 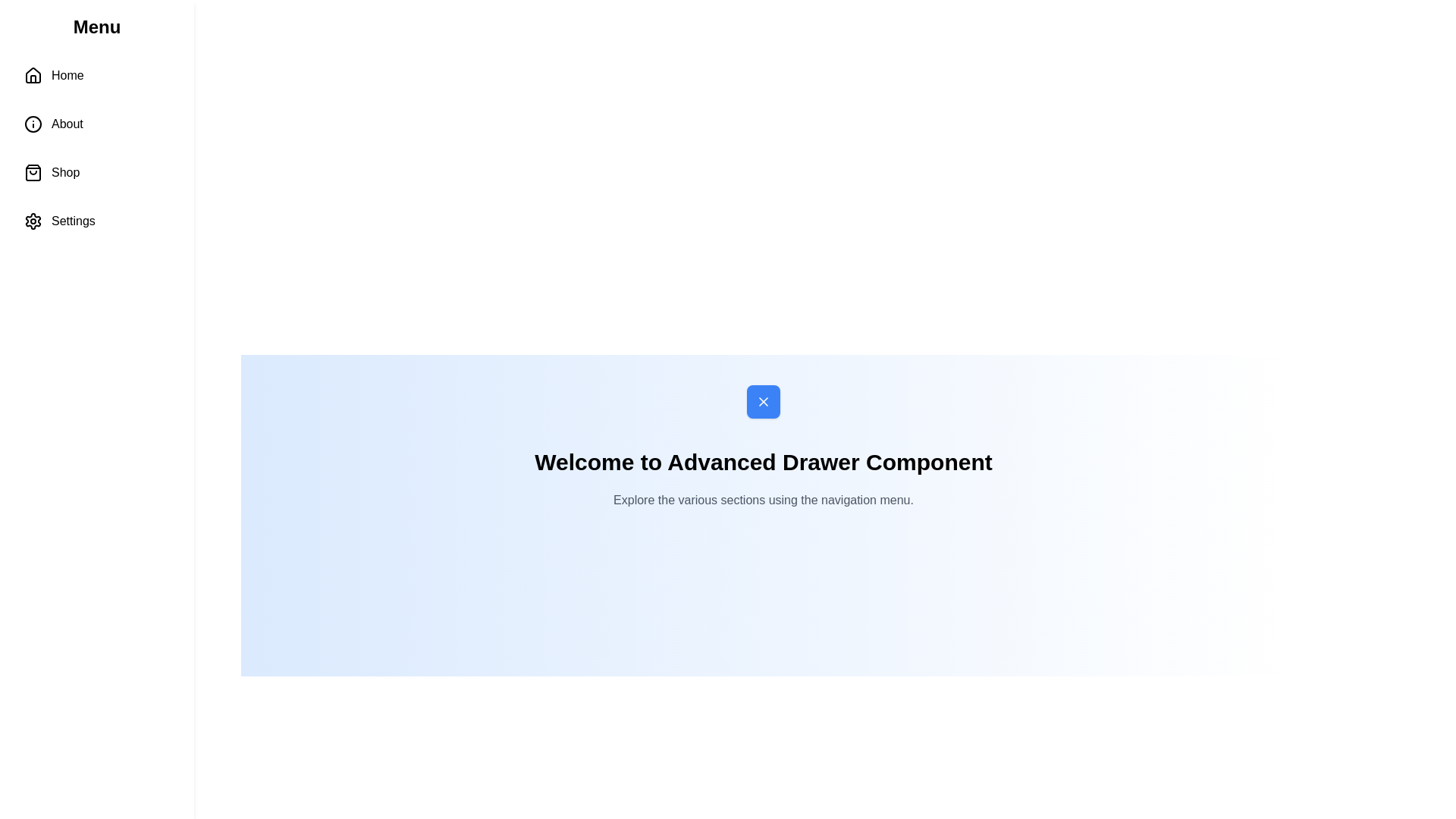 I want to click on the 'Shop' text label in the vertical navigation menu, so click(x=64, y=171).